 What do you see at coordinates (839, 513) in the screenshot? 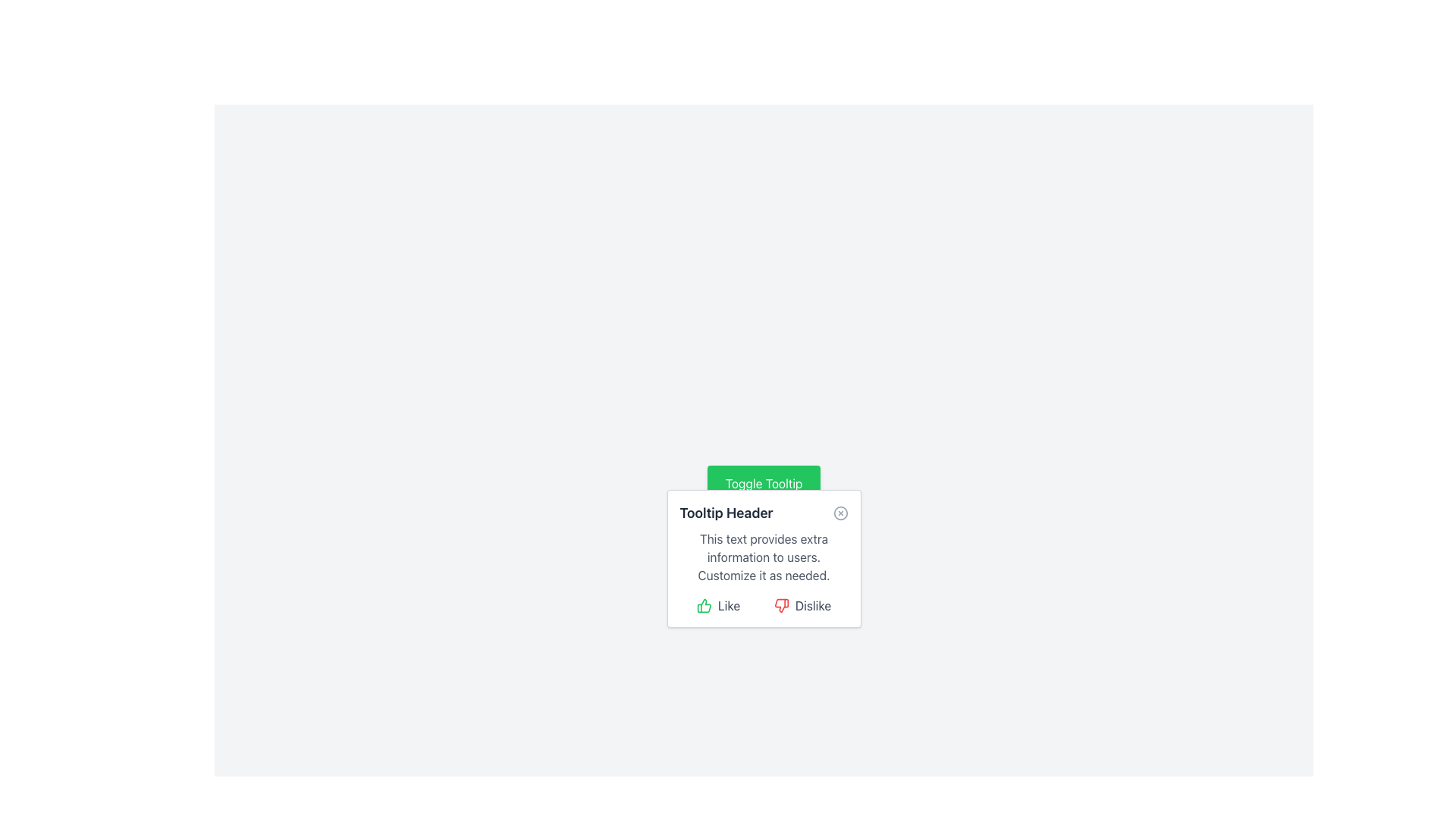
I see `the circular graphic within the close icon located in the top right corner of the tooltip header` at bounding box center [839, 513].